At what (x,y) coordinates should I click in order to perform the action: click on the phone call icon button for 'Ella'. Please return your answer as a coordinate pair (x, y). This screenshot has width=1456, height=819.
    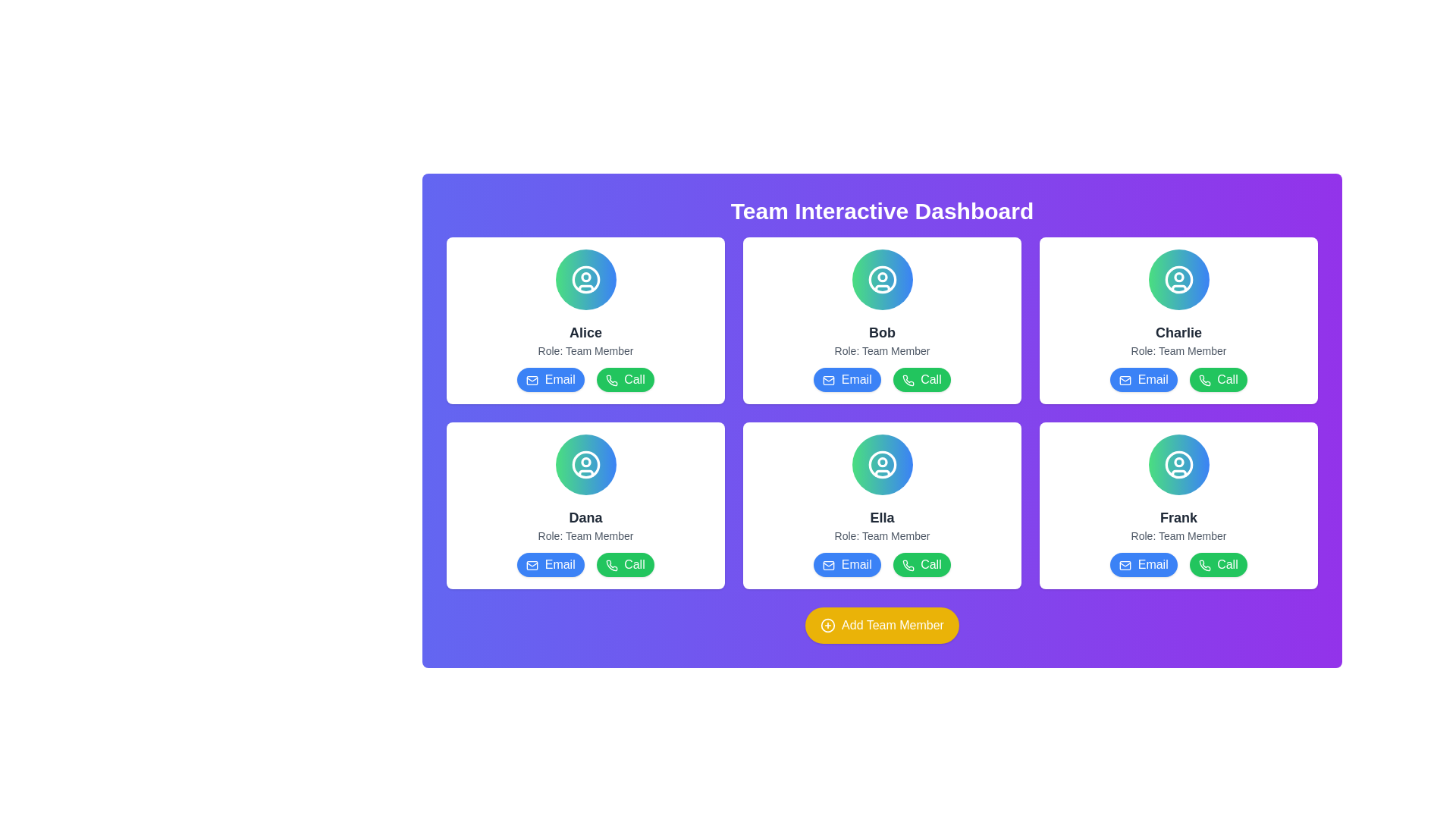
    Looking at the image, I should click on (908, 565).